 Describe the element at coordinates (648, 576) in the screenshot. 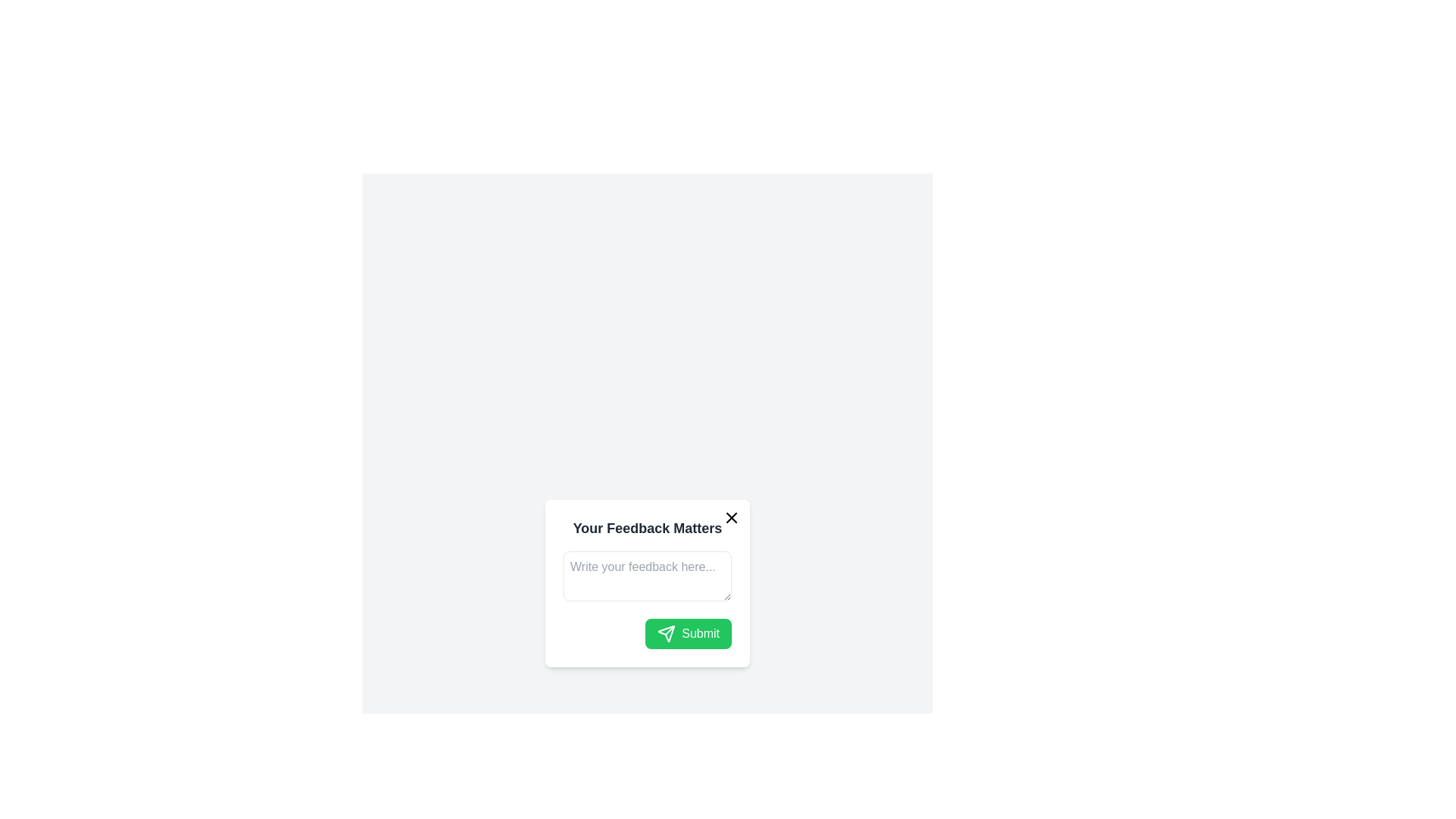

I see `text within the feedback text input area located in the modal 'Your Feedback Matters', which is positioned centrally below the header text and above the green submit button` at that location.